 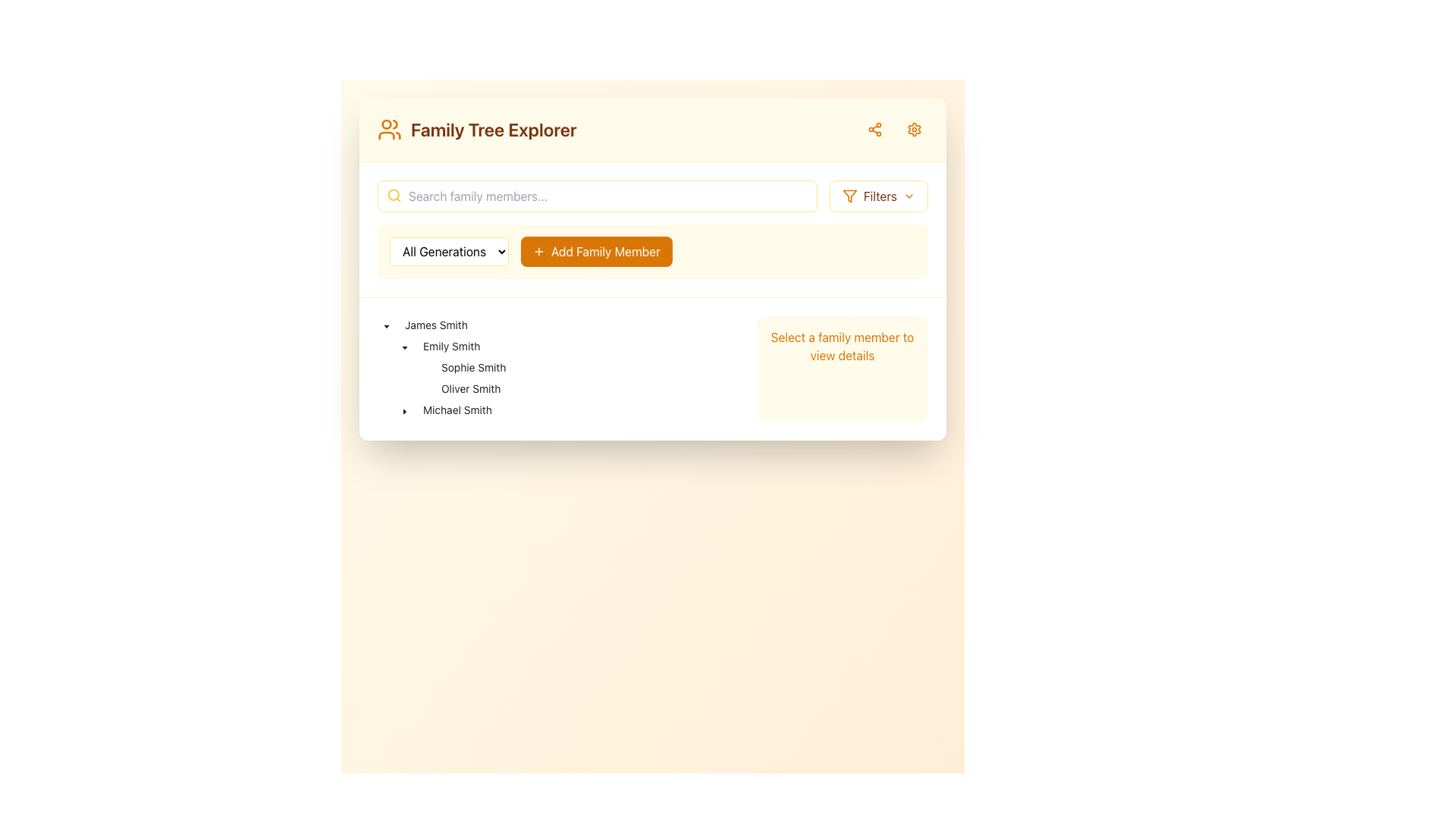 What do you see at coordinates (652, 268) in the screenshot?
I see `the orange button labeled '+ Add Family Member' located in the center section of the interface, between the 'All Generations' dropdown and the text search bar` at bounding box center [652, 268].